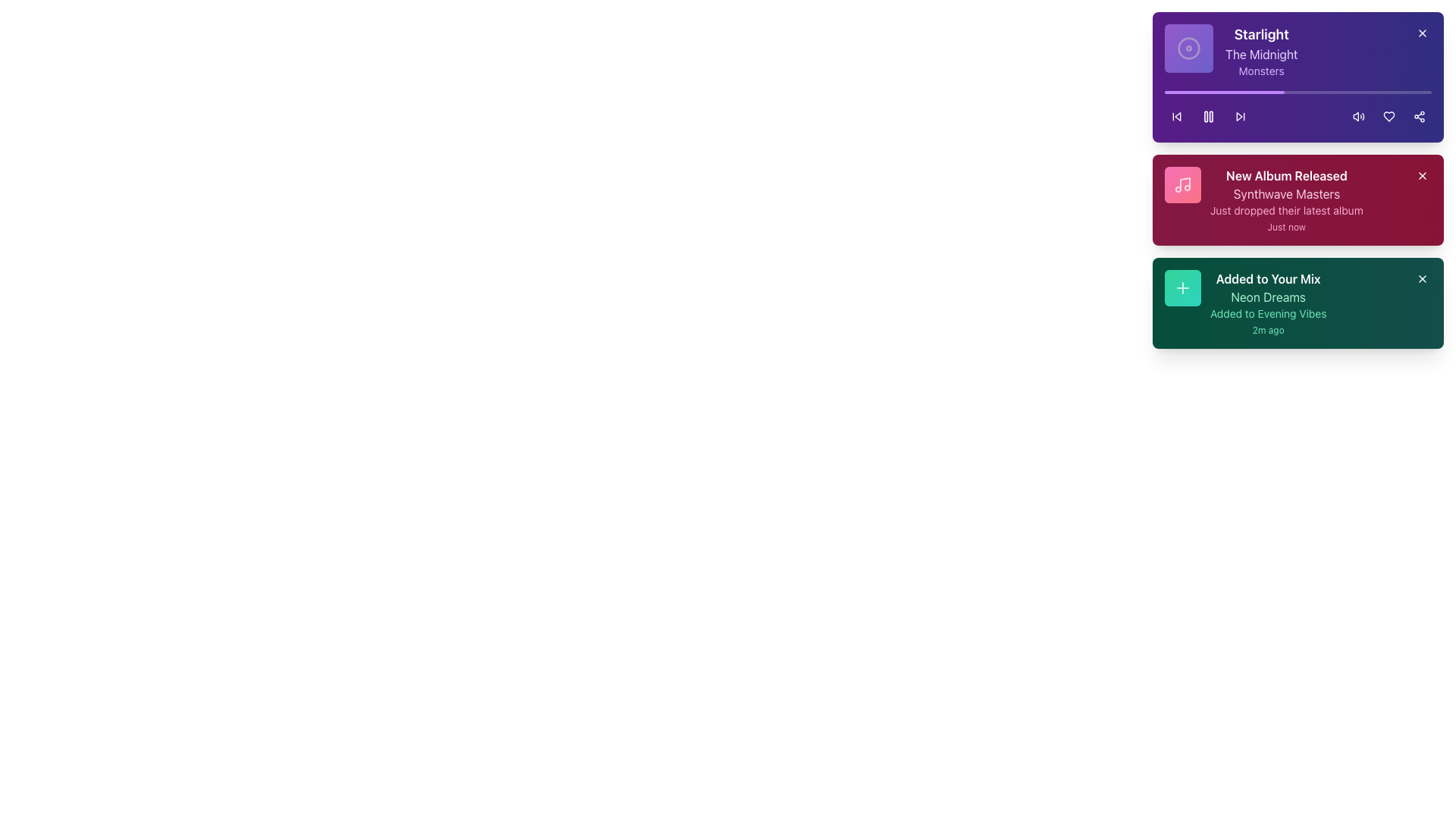 This screenshot has height=819, width=1456. What do you see at coordinates (1238, 93) in the screenshot?
I see `the progress bar` at bounding box center [1238, 93].